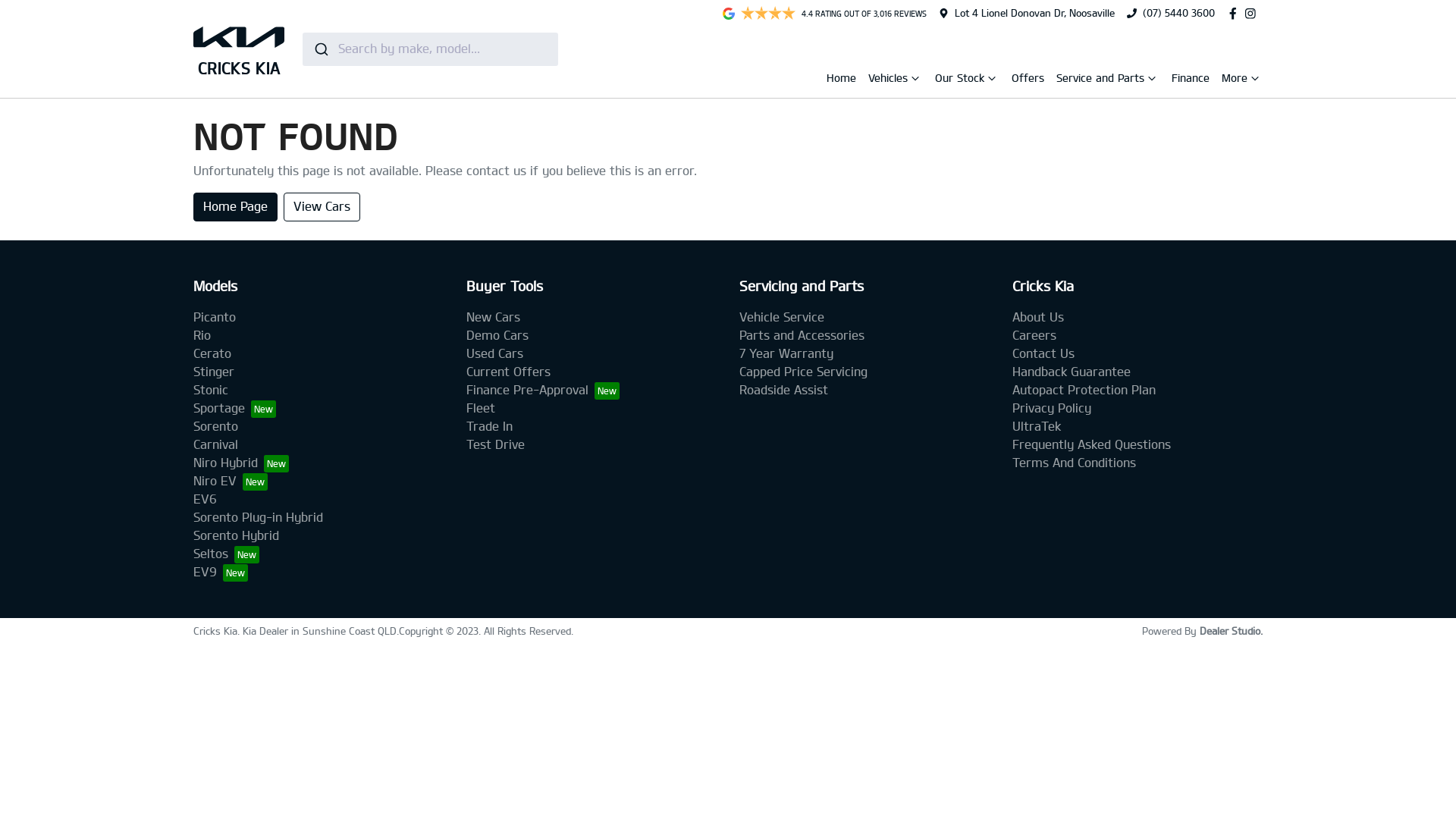 The image size is (1456, 819). What do you see at coordinates (840, 77) in the screenshot?
I see `'Home'` at bounding box center [840, 77].